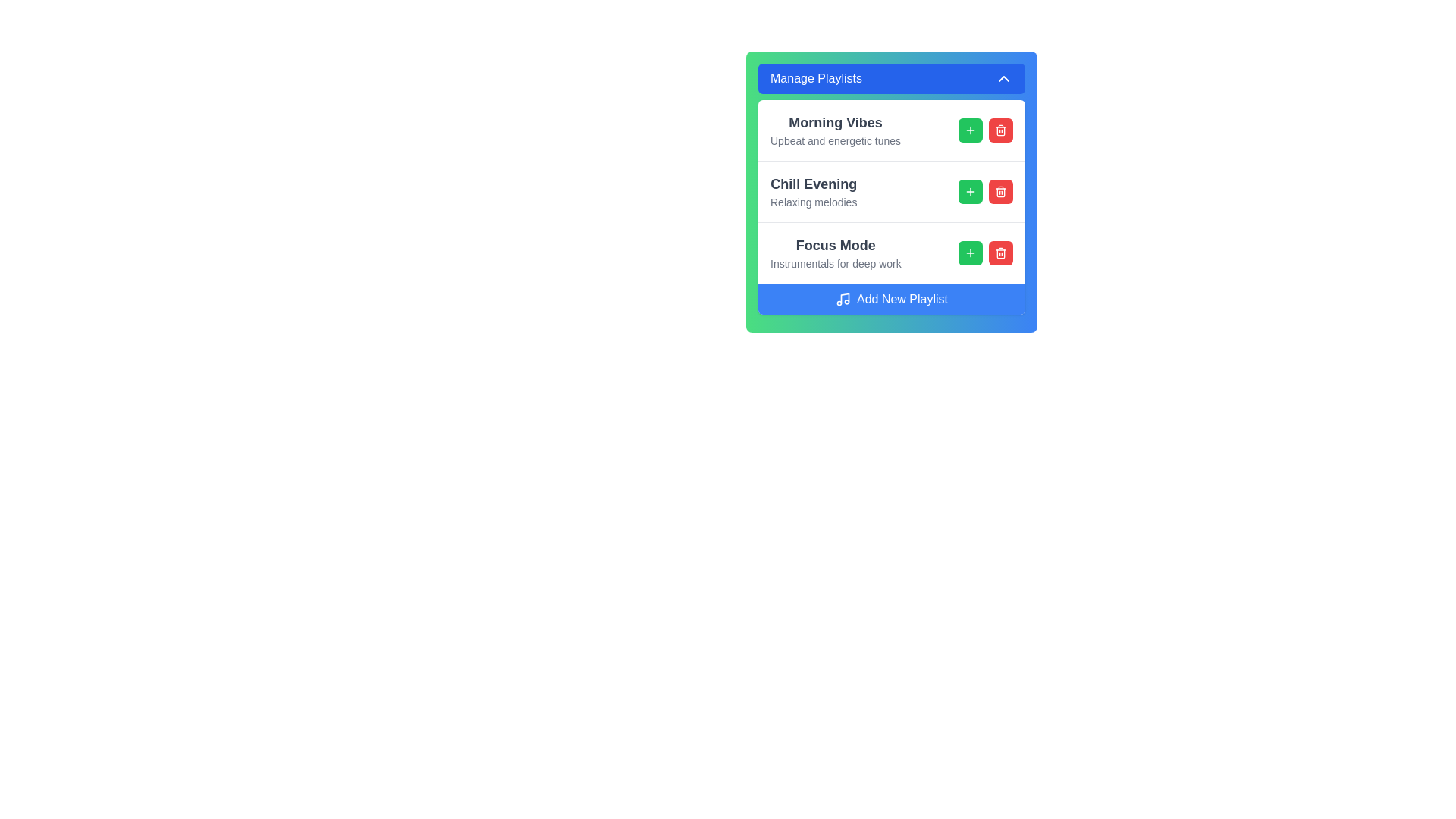 This screenshot has height=819, width=1456. I want to click on the button next to the 'Morning Vibes' playlist, so click(971, 130).